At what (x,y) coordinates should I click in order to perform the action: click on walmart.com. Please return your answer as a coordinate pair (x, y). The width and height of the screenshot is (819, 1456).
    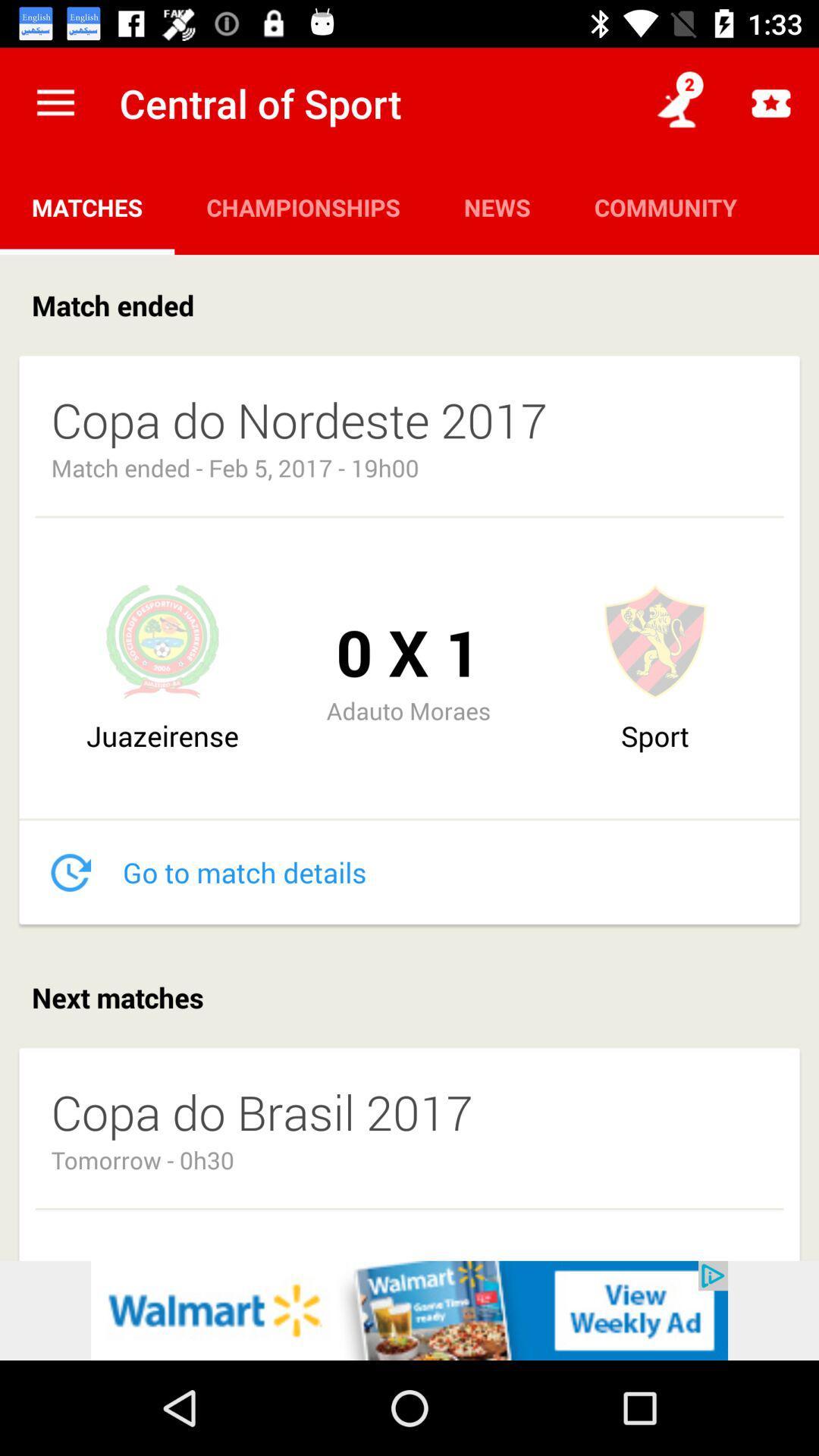
    Looking at the image, I should click on (409, 1310).